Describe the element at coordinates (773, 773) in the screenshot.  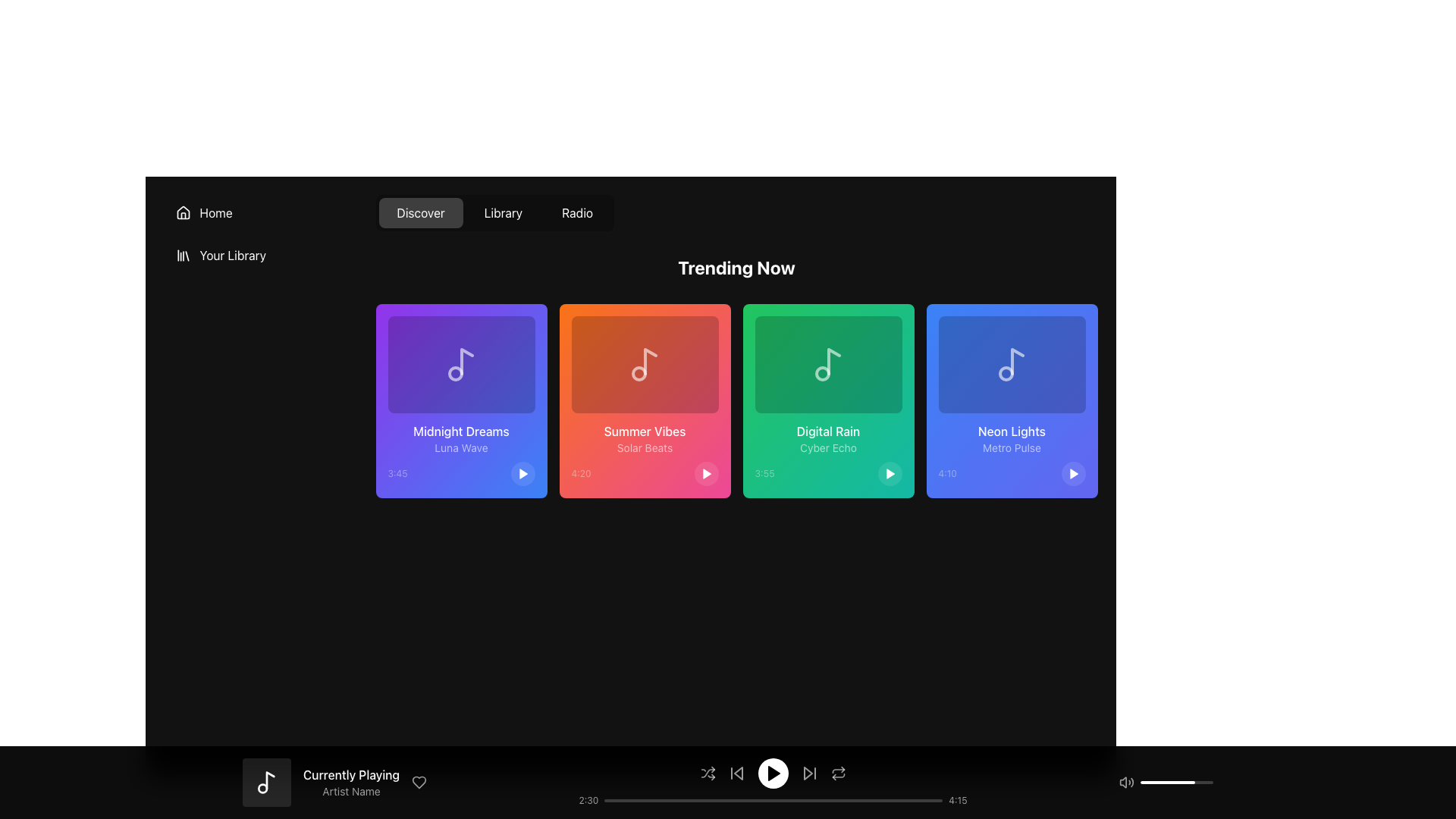
I see `the play button icon (Play Triangle)` at that location.